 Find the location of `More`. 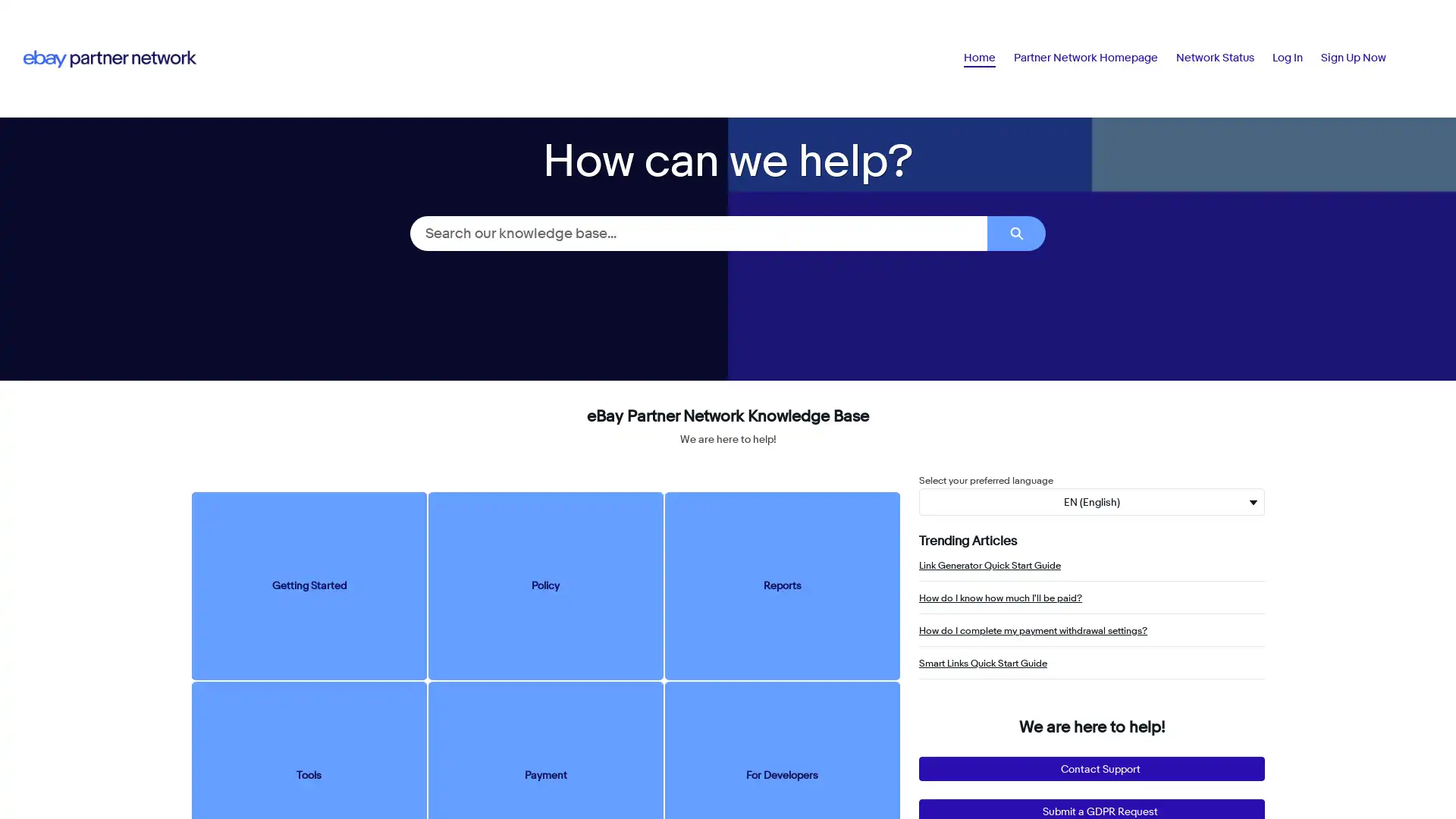

More is located at coordinates (1367, 57).